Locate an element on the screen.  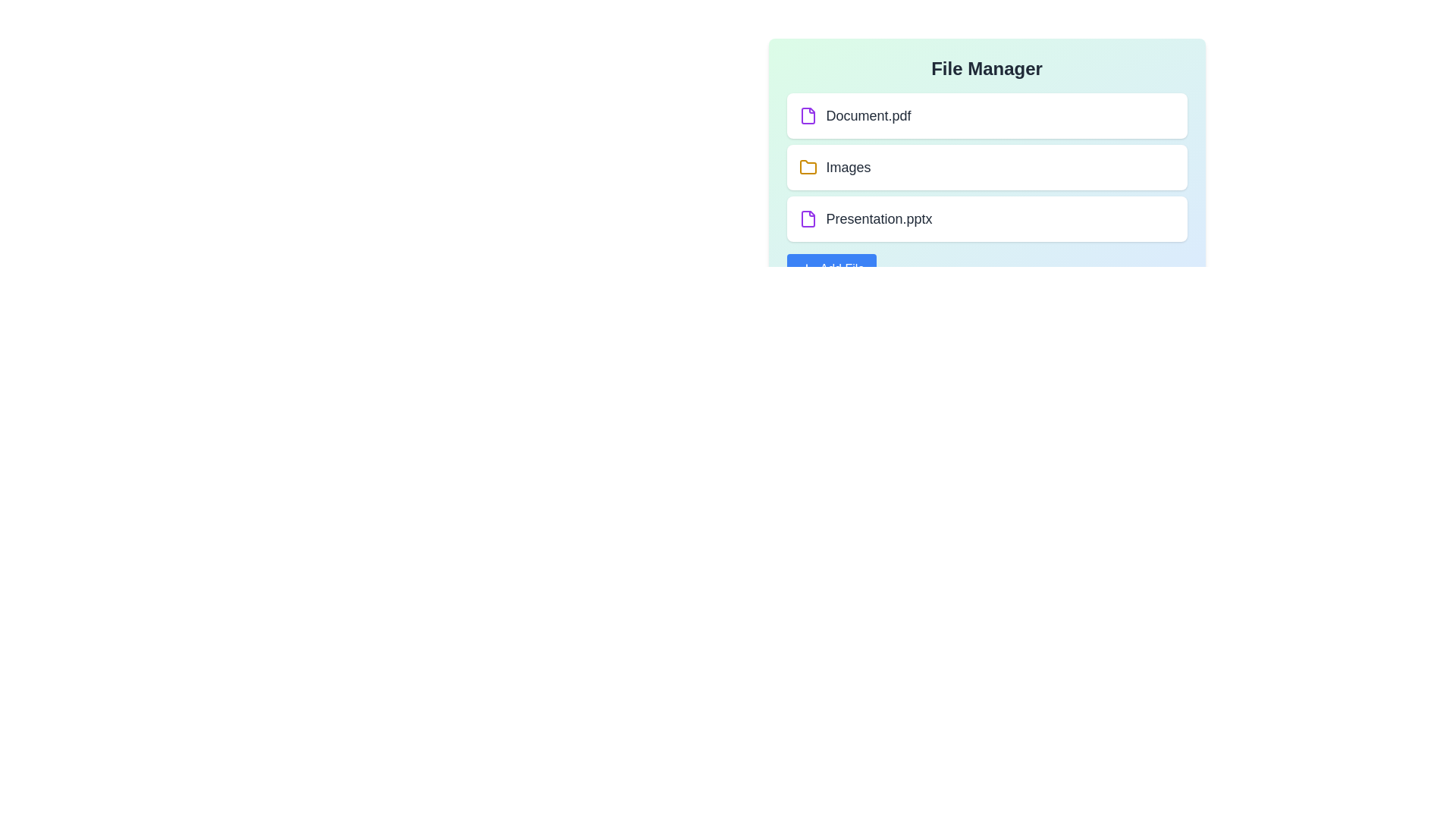
the 'Add File' button to add a new file is located at coordinates (830, 268).